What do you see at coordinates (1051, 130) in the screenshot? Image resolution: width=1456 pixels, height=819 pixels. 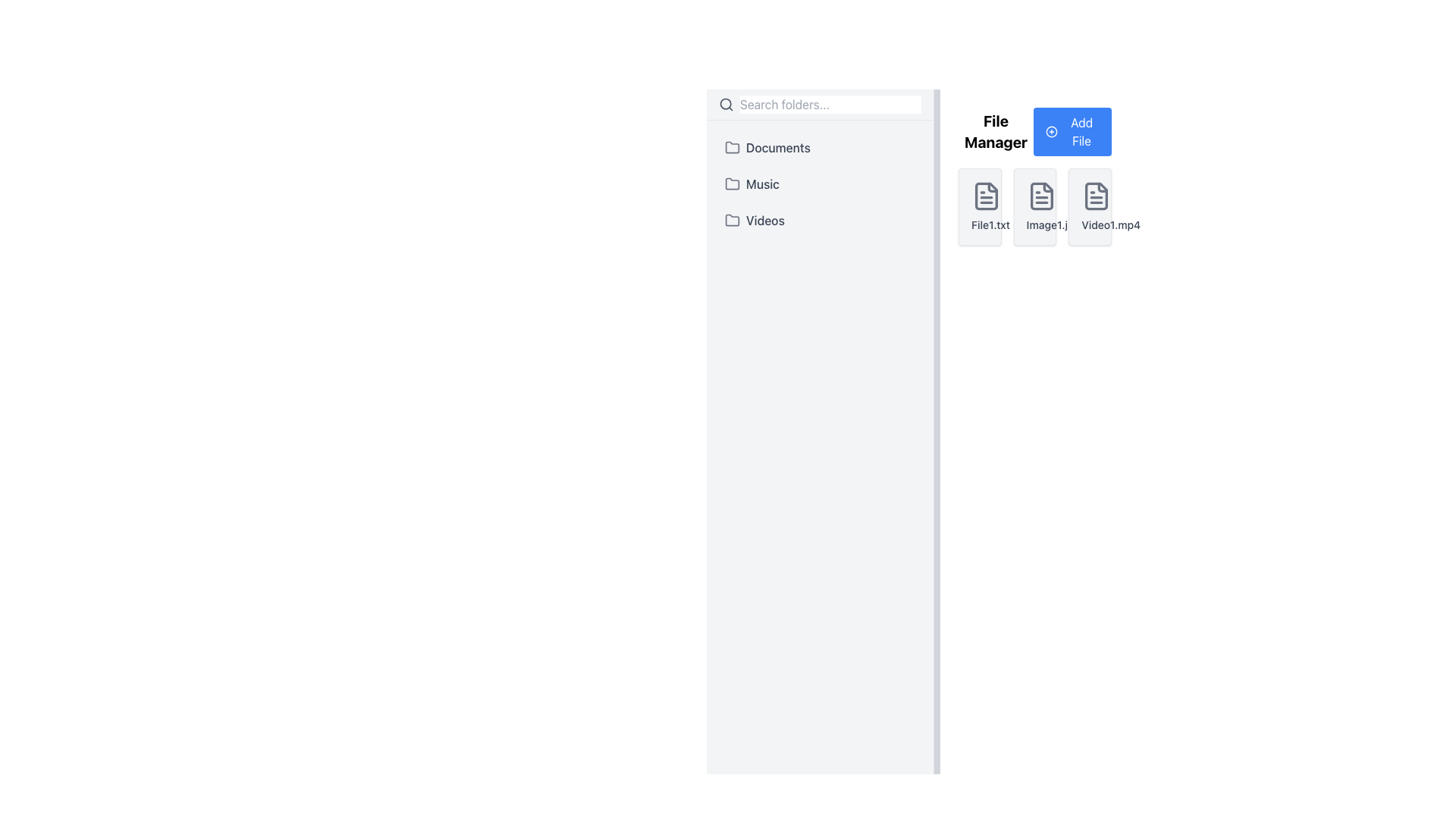 I see `the circular SVG icon representing the action to create or add new items, located within the 'Add File' button at the top-right side of the interface` at bounding box center [1051, 130].